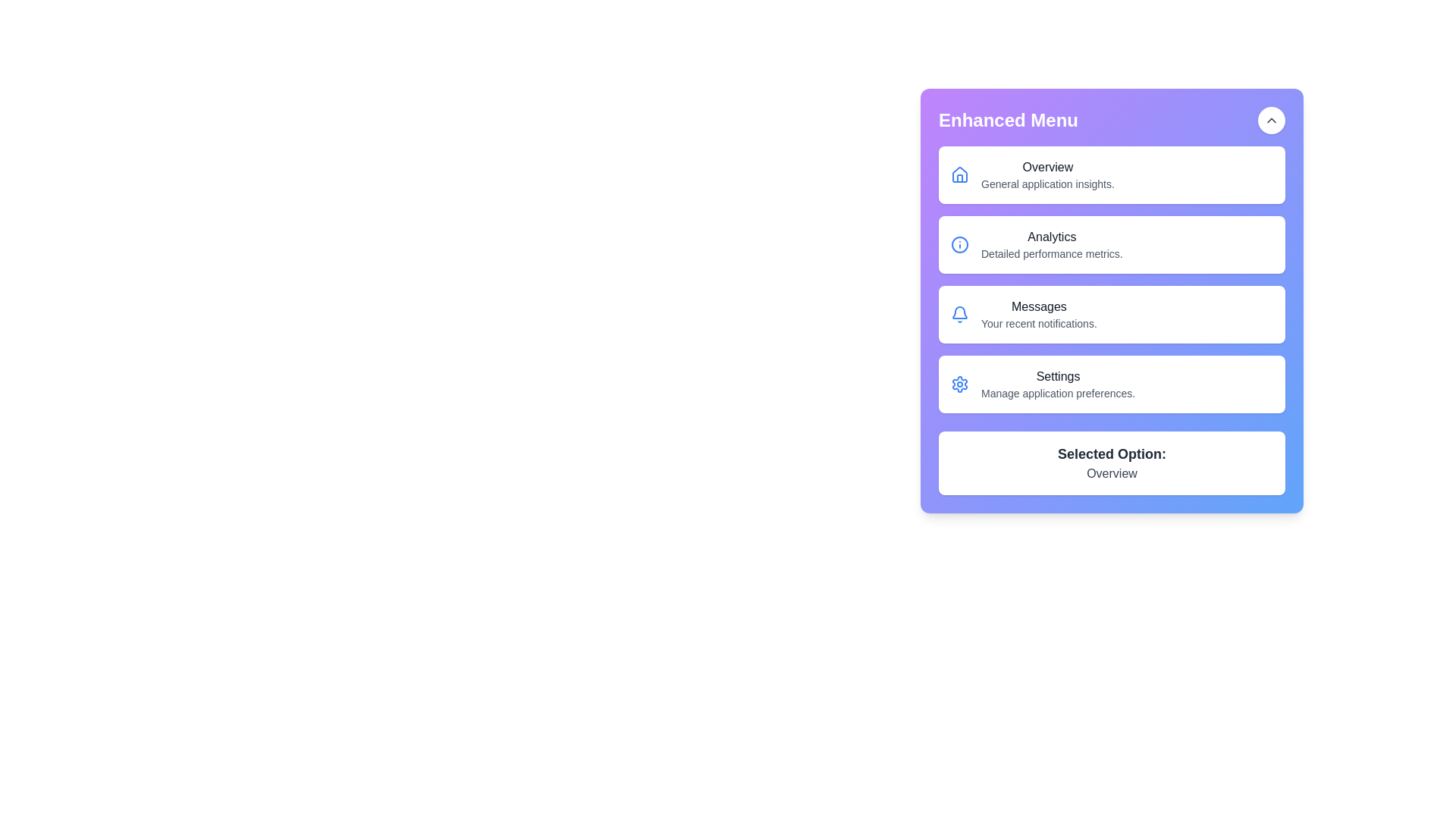 The image size is (1456, 819). What do you see at coordinates (959, 383) in the screenshot?
I see `the blue gear-shaped icon located in the settings menu, which is the leftmost element in the fourth interactive row labeled 'Settings'` at bounding box center [959, 383].